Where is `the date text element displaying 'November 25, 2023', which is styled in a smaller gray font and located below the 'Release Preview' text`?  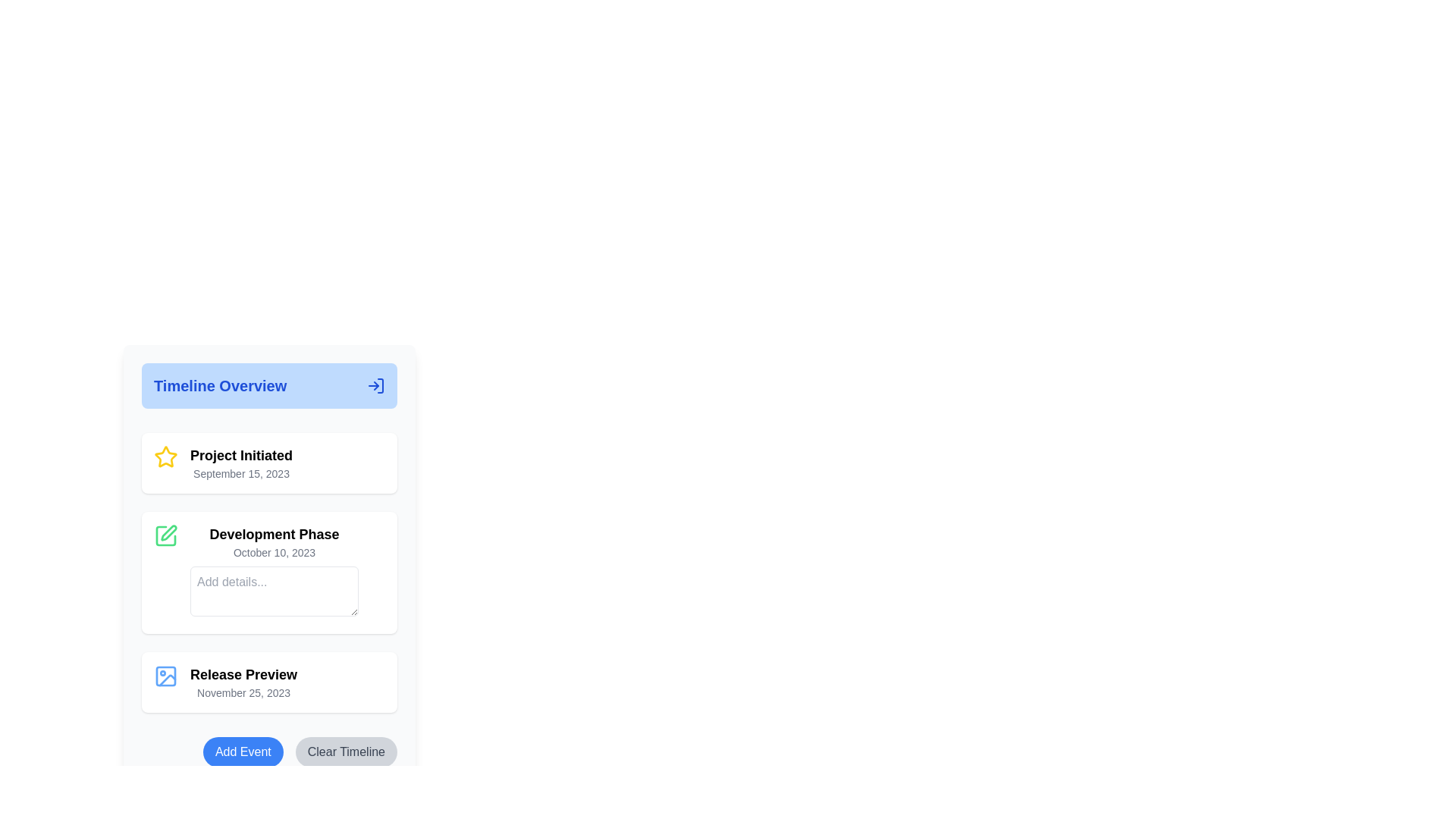 the date text element displaying 'November 25, 2023', which is styled in a smaller gray font and located below the 'Release Preview' text is located at coordinates (243, 693).